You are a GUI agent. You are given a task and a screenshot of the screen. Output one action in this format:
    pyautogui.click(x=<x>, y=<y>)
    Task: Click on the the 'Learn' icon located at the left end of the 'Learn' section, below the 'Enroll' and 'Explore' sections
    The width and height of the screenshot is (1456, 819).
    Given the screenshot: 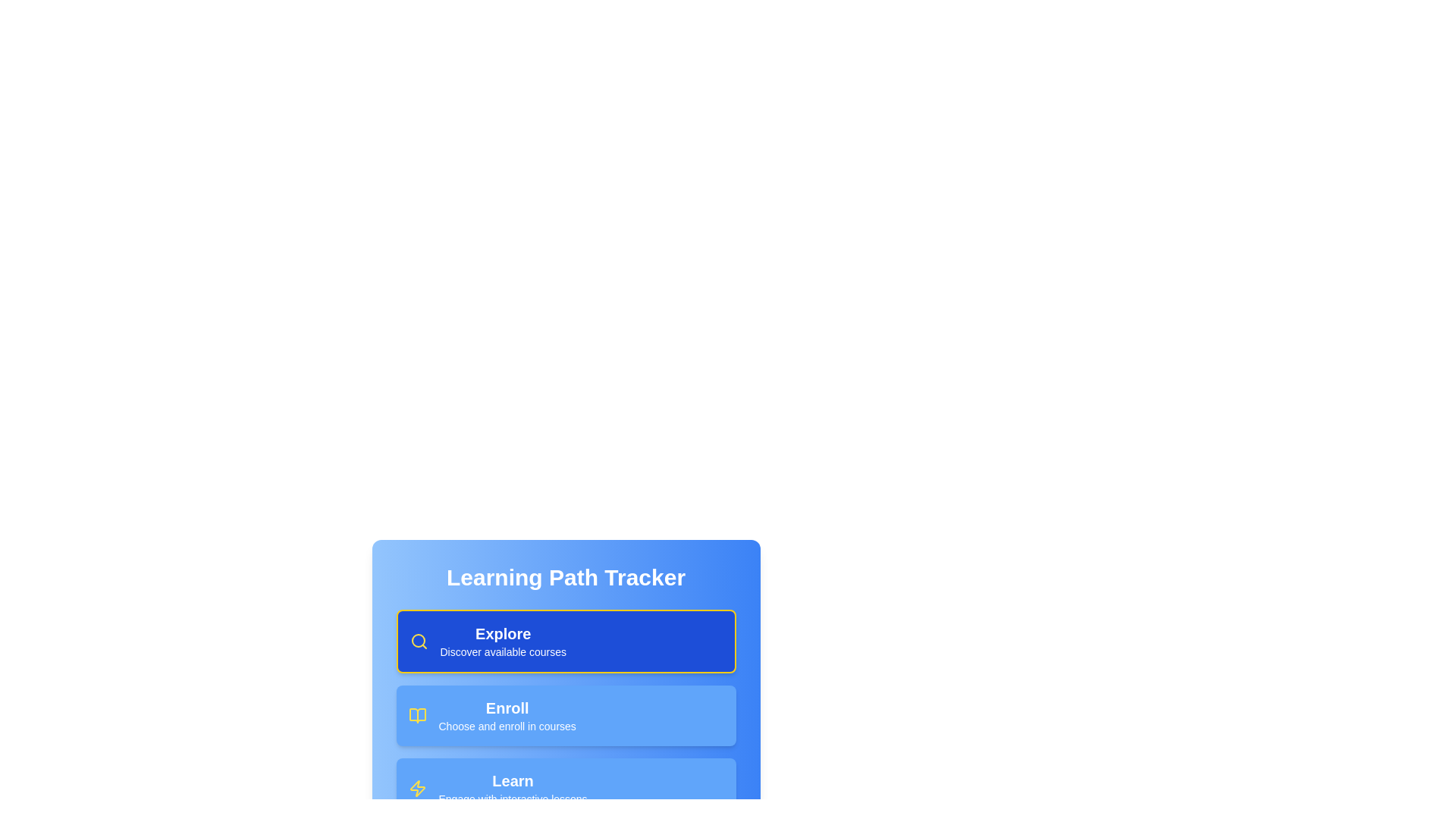 What is the action you would take?
    pyautogui.click(x=417, y=788)
    